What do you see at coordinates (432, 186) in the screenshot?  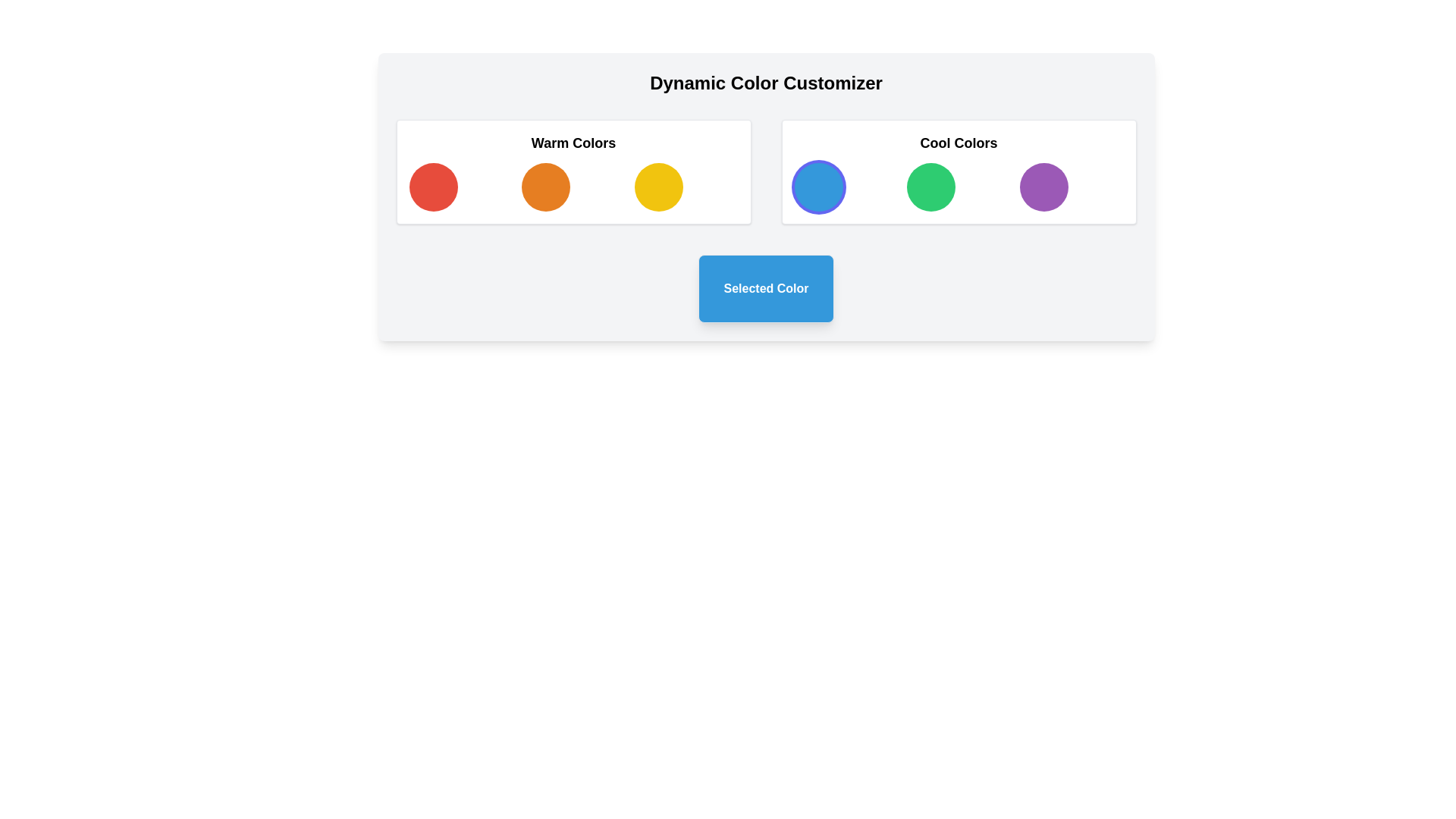 I see `the first circular button under 'Warm Colors'` at bounding box center [432, 186].